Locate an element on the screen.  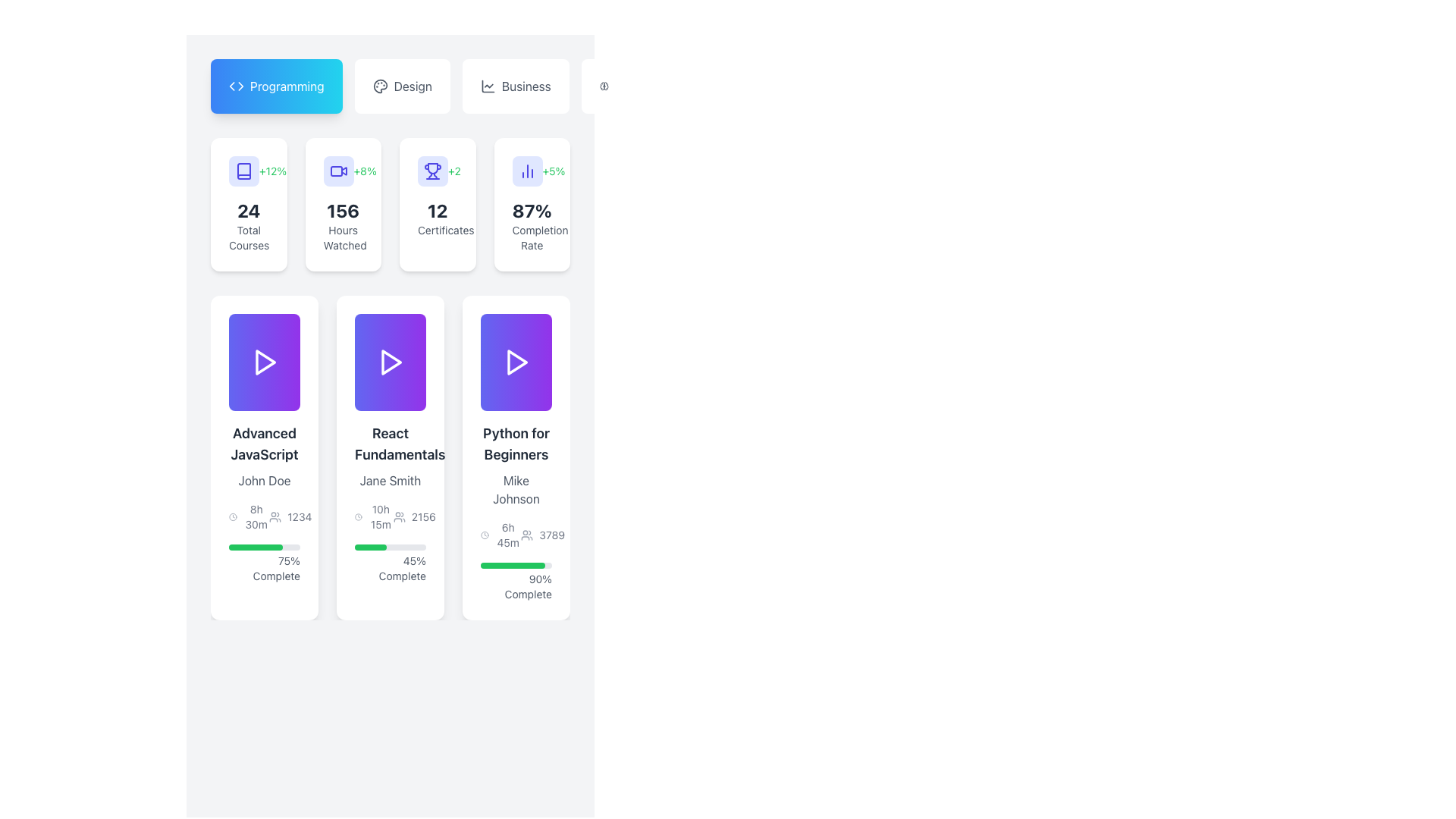
the second card titled 'React Fundamentals' in the grid layout is located at coordinates (390, 457).